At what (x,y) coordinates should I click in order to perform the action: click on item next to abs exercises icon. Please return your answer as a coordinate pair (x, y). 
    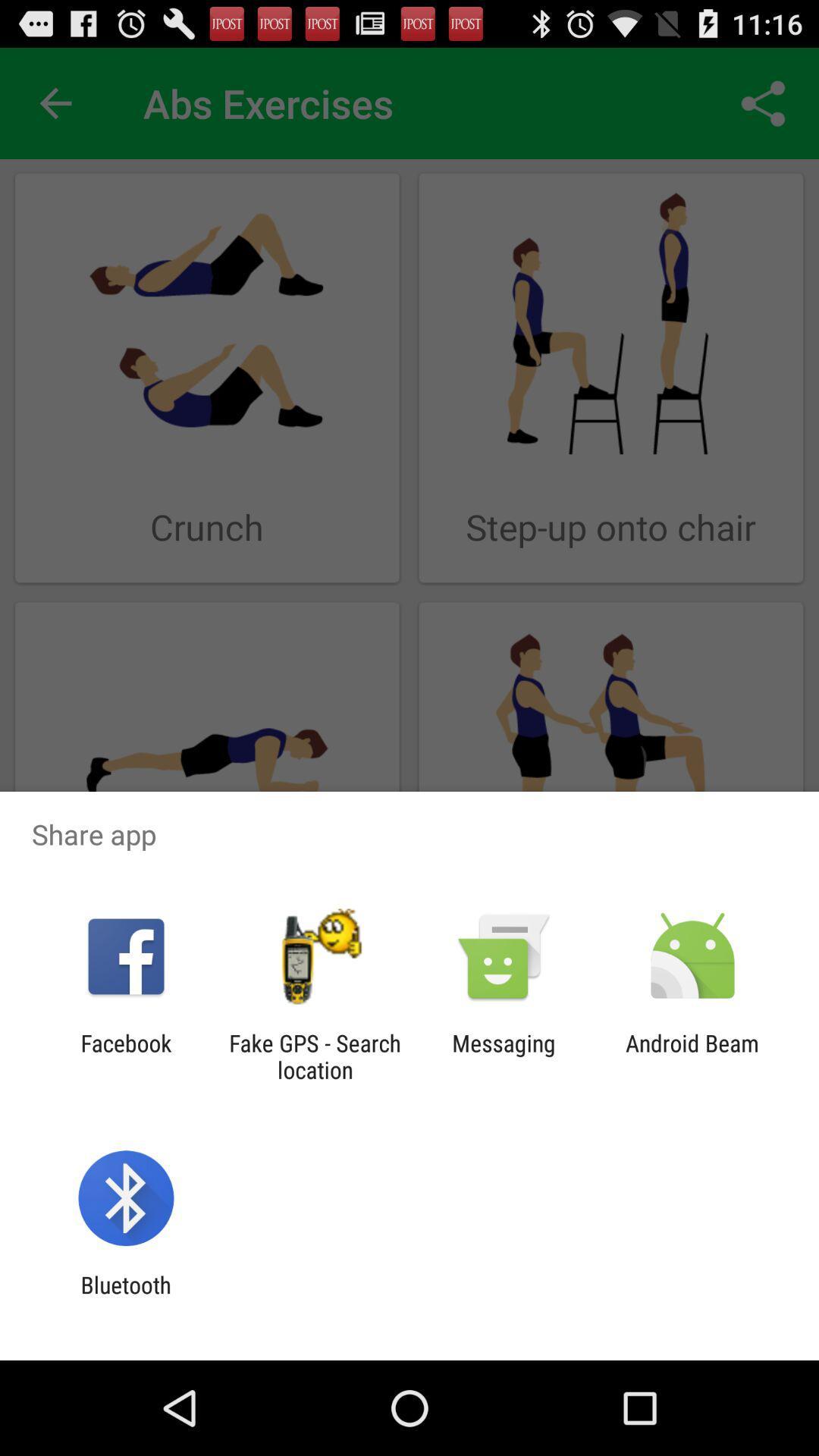
    Looking at the image, I should click on (763, 102).